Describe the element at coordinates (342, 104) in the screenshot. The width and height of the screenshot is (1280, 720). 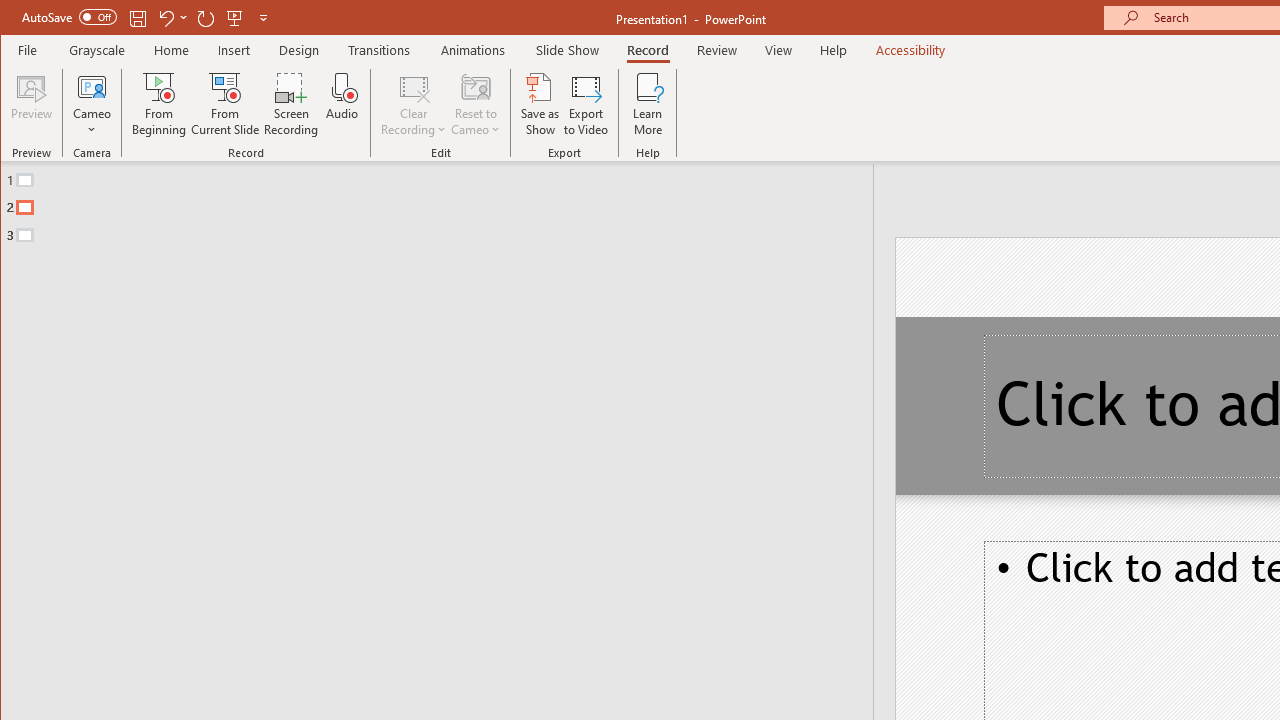
I see `'Audio'` at that location.